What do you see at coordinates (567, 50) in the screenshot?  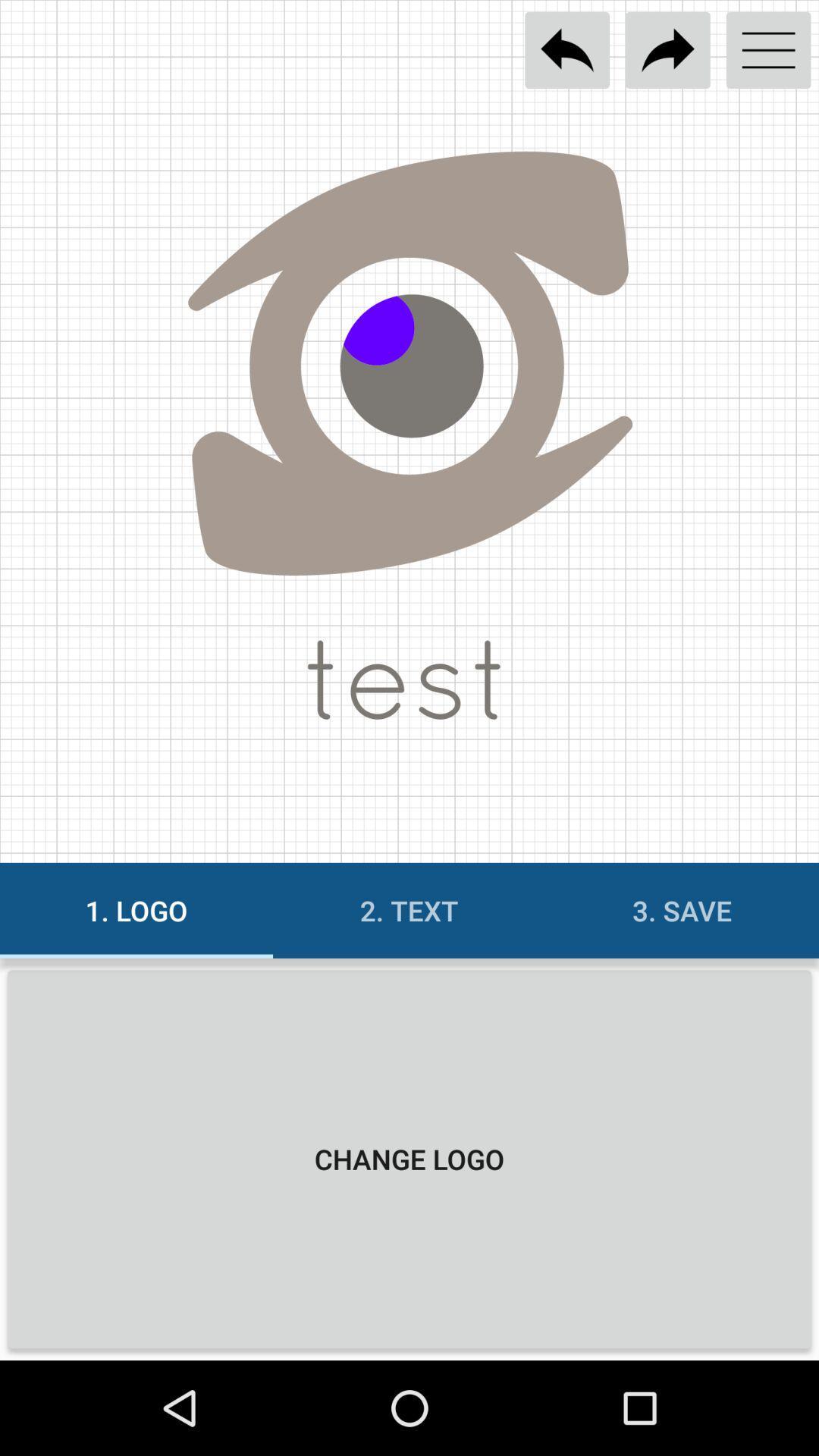 I see `go back` at bounding box center [567, 50].